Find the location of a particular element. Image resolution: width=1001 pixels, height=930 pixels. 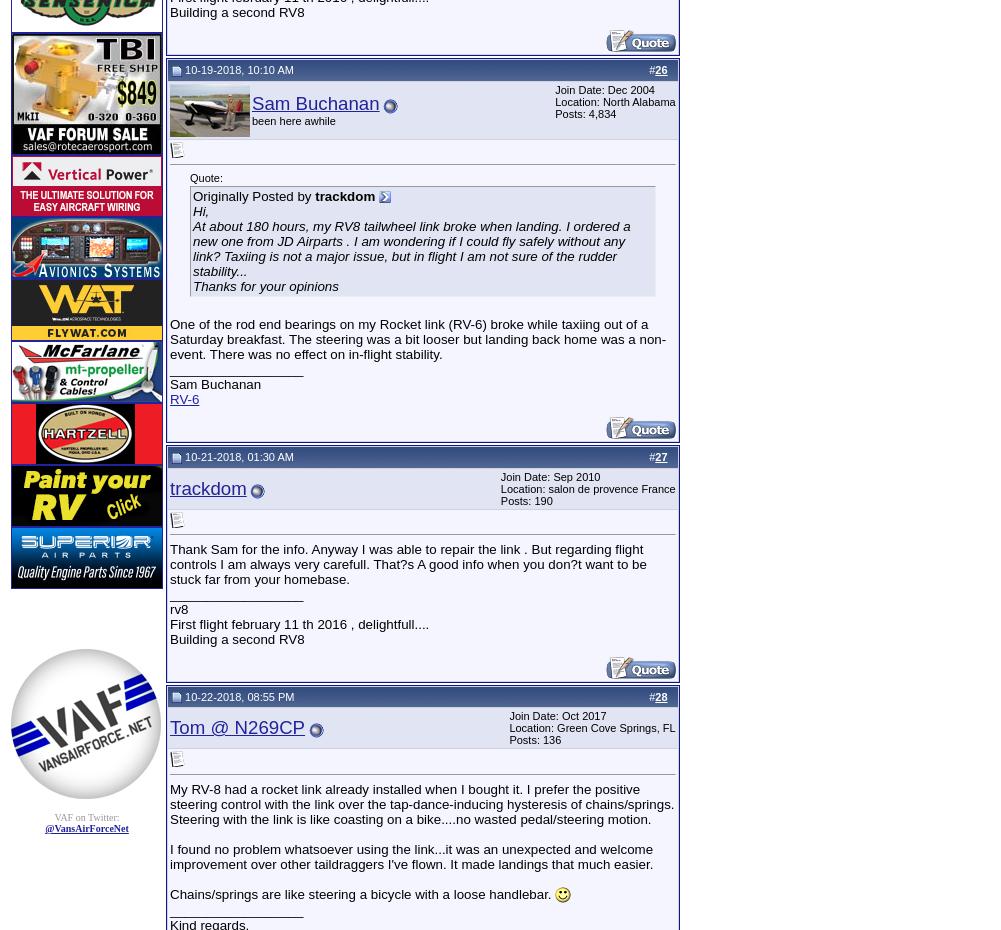

'VAF on Twitter:' is located at coordinates (85, 816).